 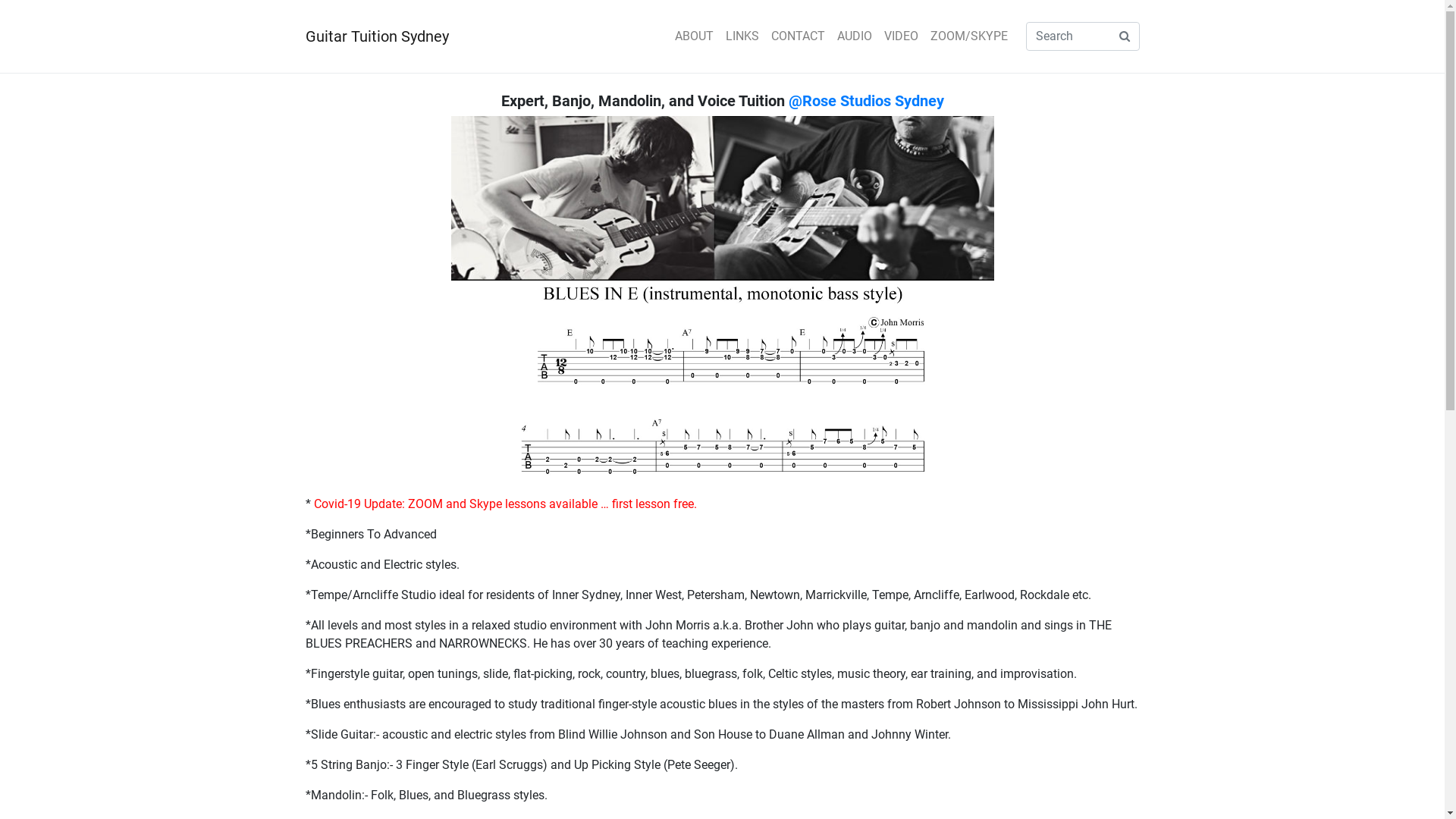 What do you see at coordinates (855, 35) in the screenshot?
I see `'AUDIO'` at bounding box center [855, 35].